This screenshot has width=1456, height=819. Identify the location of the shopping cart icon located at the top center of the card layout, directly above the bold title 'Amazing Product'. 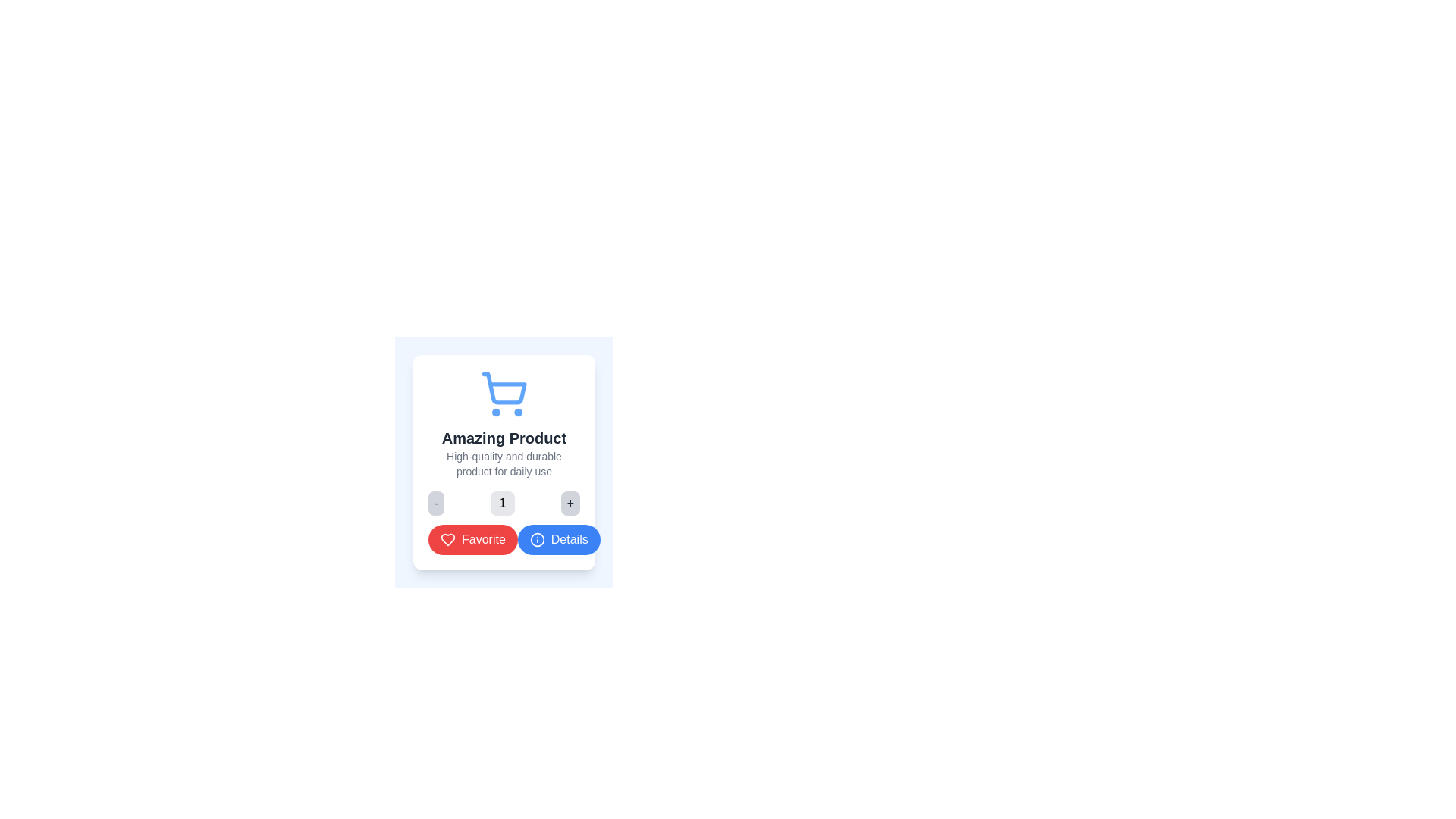
(504, 394).